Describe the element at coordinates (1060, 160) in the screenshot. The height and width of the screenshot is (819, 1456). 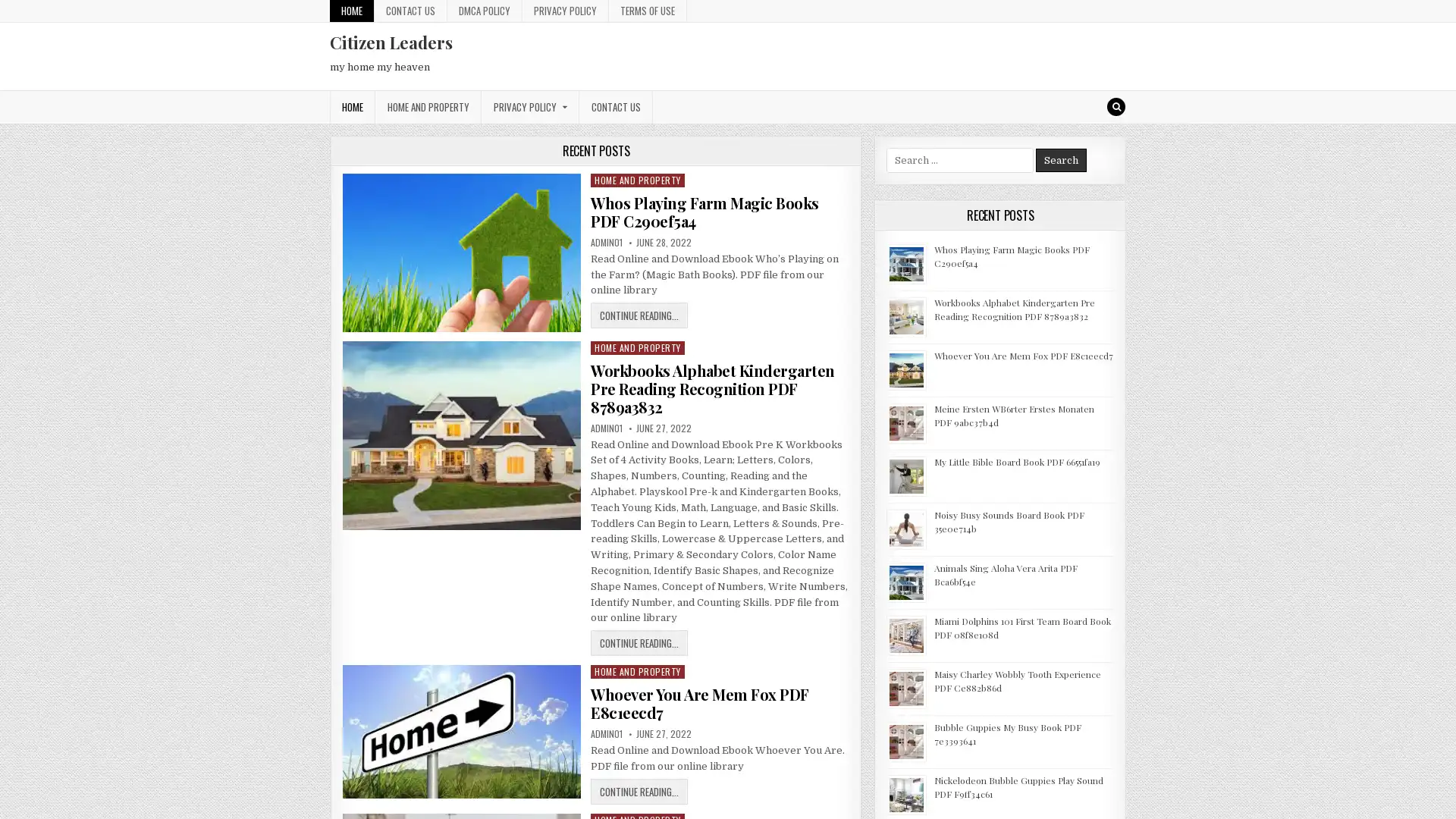
I see `Search` at that location.